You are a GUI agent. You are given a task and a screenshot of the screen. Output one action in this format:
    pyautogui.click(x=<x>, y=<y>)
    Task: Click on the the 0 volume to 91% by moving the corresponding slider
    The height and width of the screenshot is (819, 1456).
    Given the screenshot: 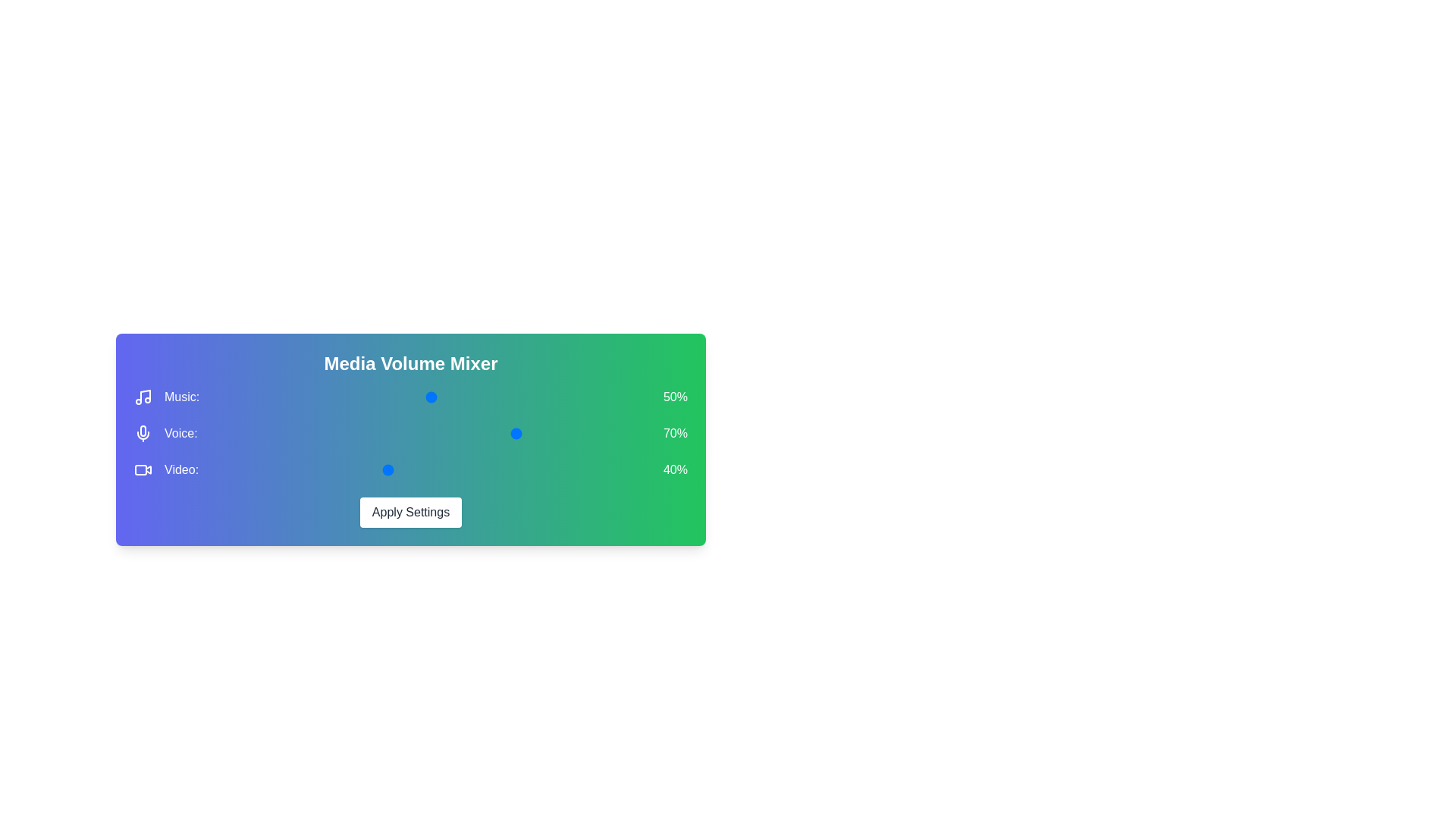 What is the action you would take?
    pyautogui.click(x=631, y=397)
    